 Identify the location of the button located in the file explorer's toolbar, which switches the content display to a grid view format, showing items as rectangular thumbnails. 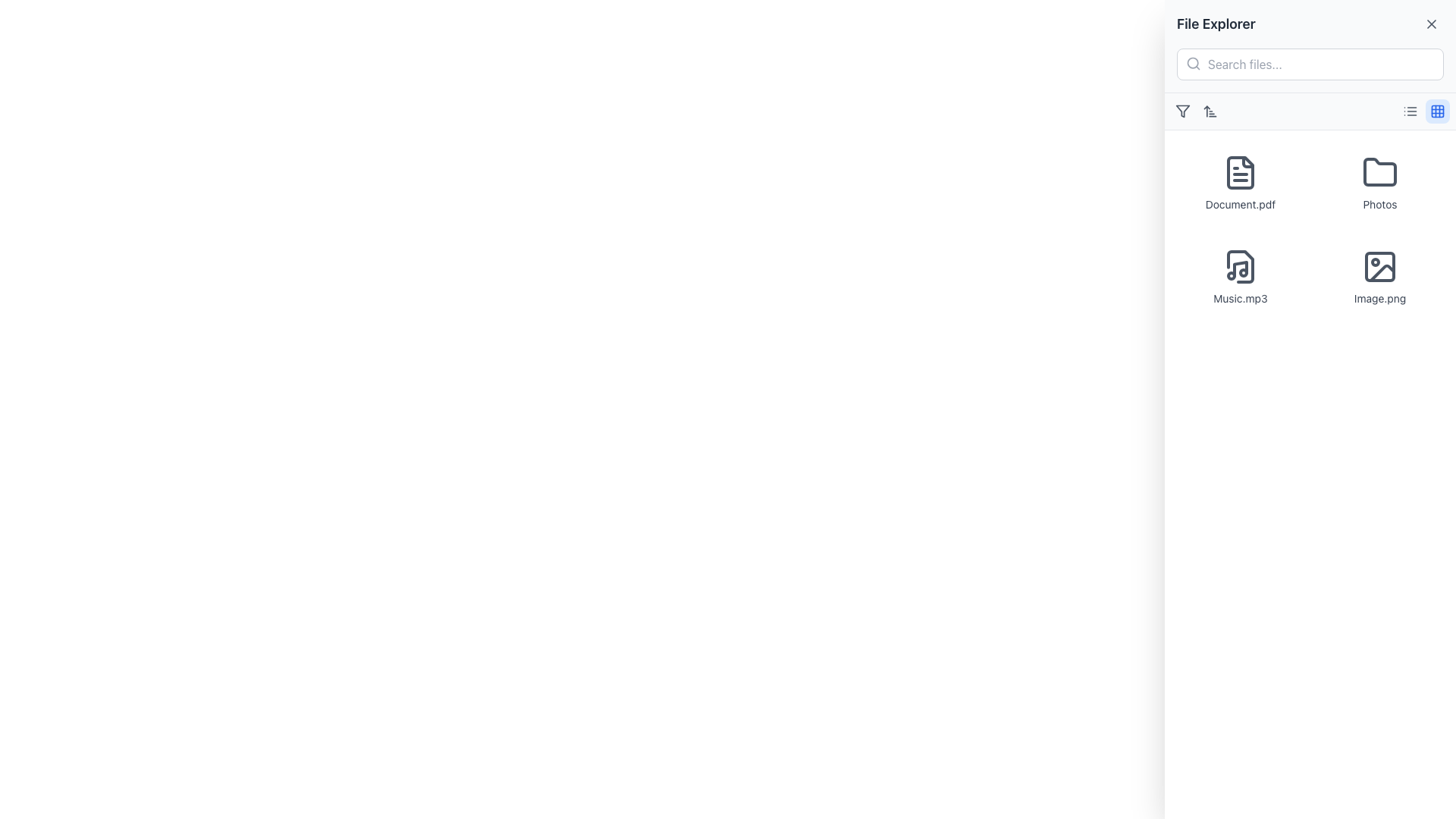
(1423, 110).